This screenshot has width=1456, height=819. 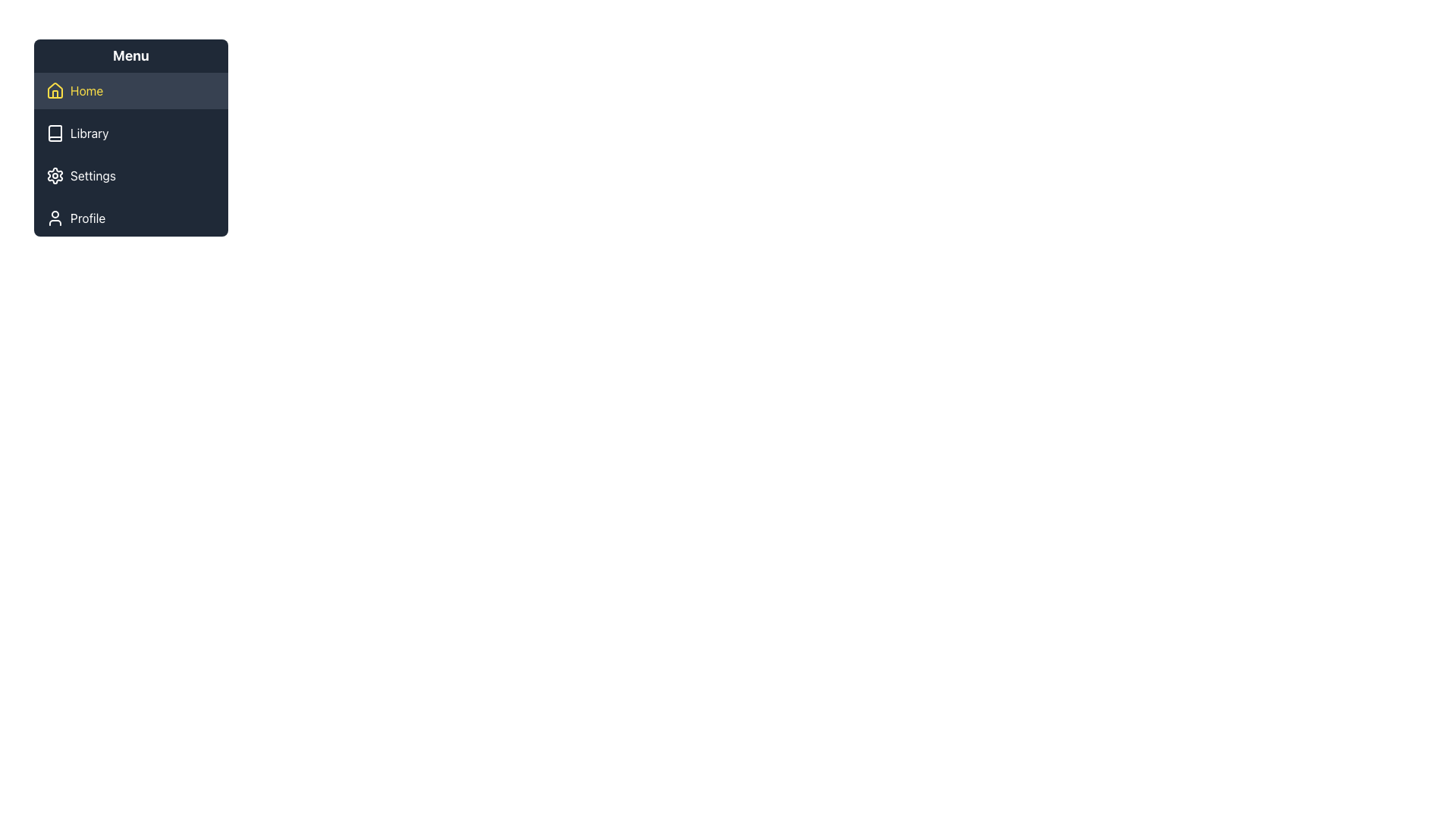 I want to click on the Text Label that serves as the title for the navigation menu, located at the top of the vertically stacked side navigation menu, so click(x=130, y=55).